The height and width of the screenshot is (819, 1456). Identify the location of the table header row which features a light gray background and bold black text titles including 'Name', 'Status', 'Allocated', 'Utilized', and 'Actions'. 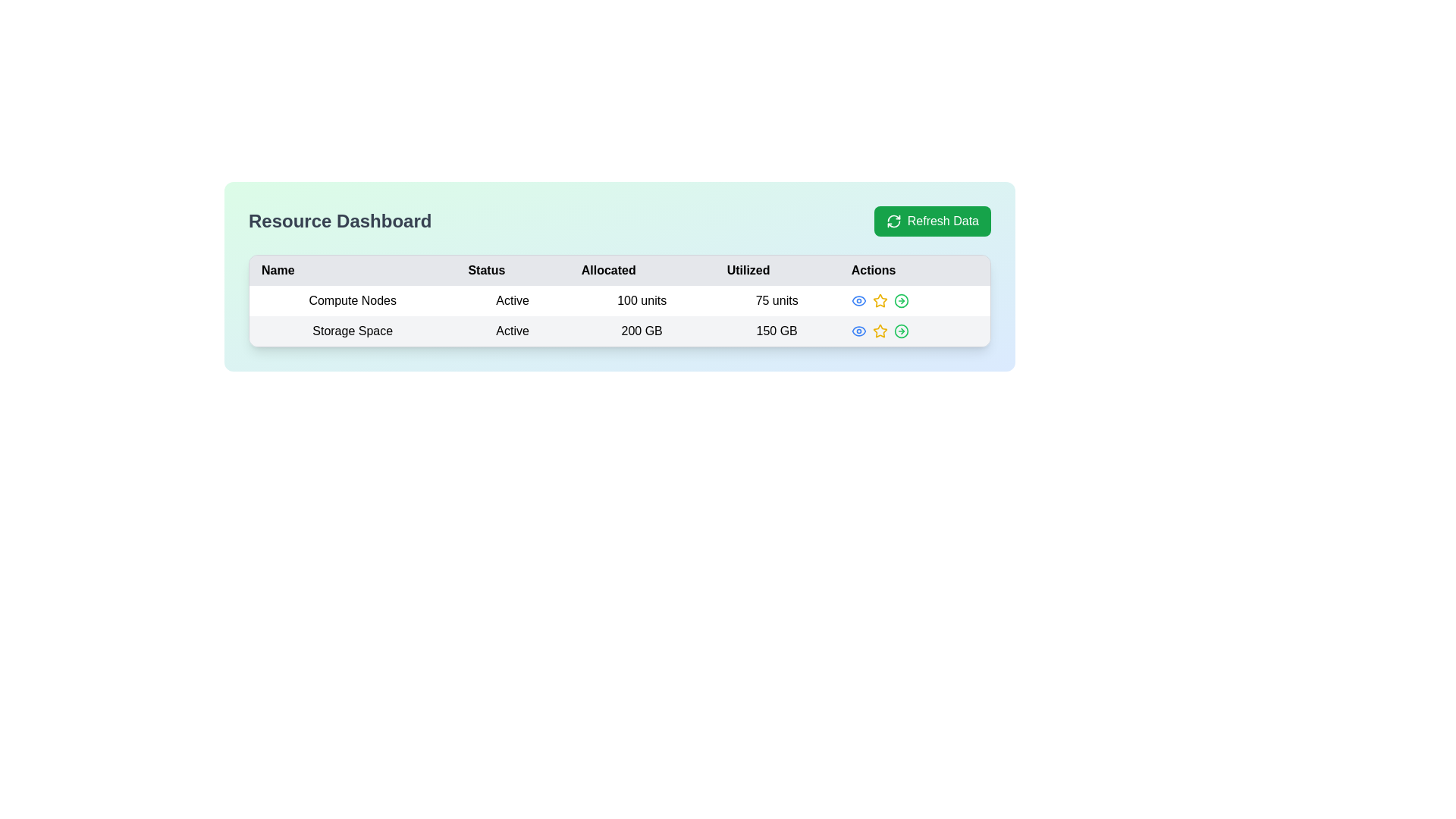
(620, 270).